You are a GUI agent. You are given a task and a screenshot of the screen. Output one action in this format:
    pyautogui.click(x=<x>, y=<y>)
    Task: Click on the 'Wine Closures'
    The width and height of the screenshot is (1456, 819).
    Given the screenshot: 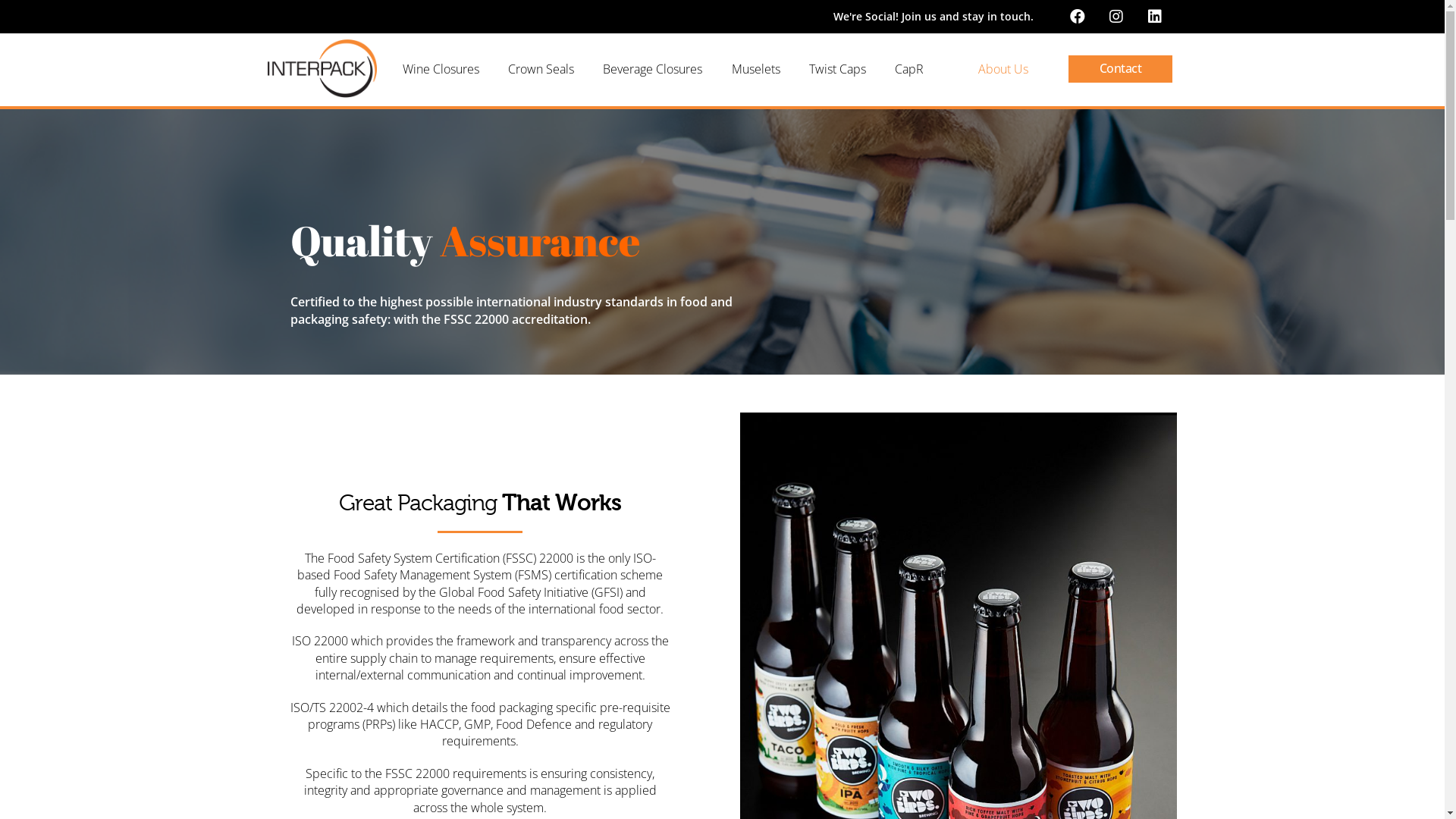 What is the action you would take?
    pyautogui.click(x=439, y=69)
    